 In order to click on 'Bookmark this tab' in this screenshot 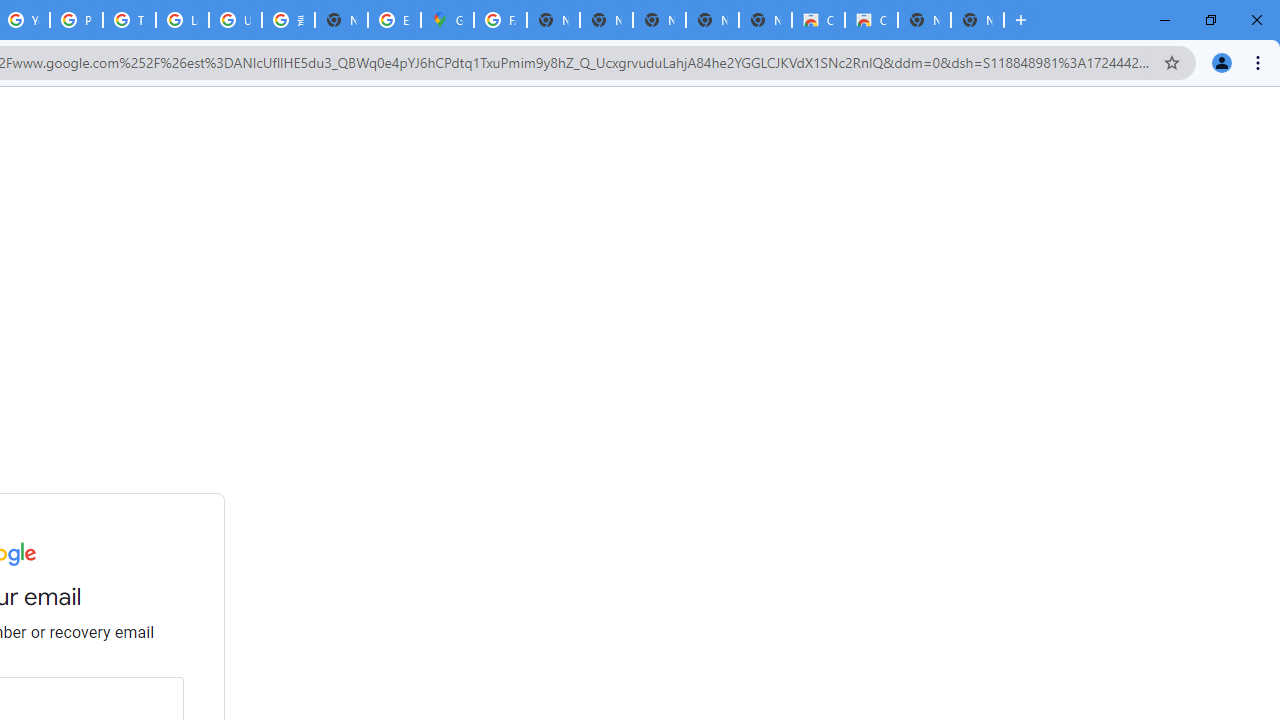, I will do `click(1171, 61)`.